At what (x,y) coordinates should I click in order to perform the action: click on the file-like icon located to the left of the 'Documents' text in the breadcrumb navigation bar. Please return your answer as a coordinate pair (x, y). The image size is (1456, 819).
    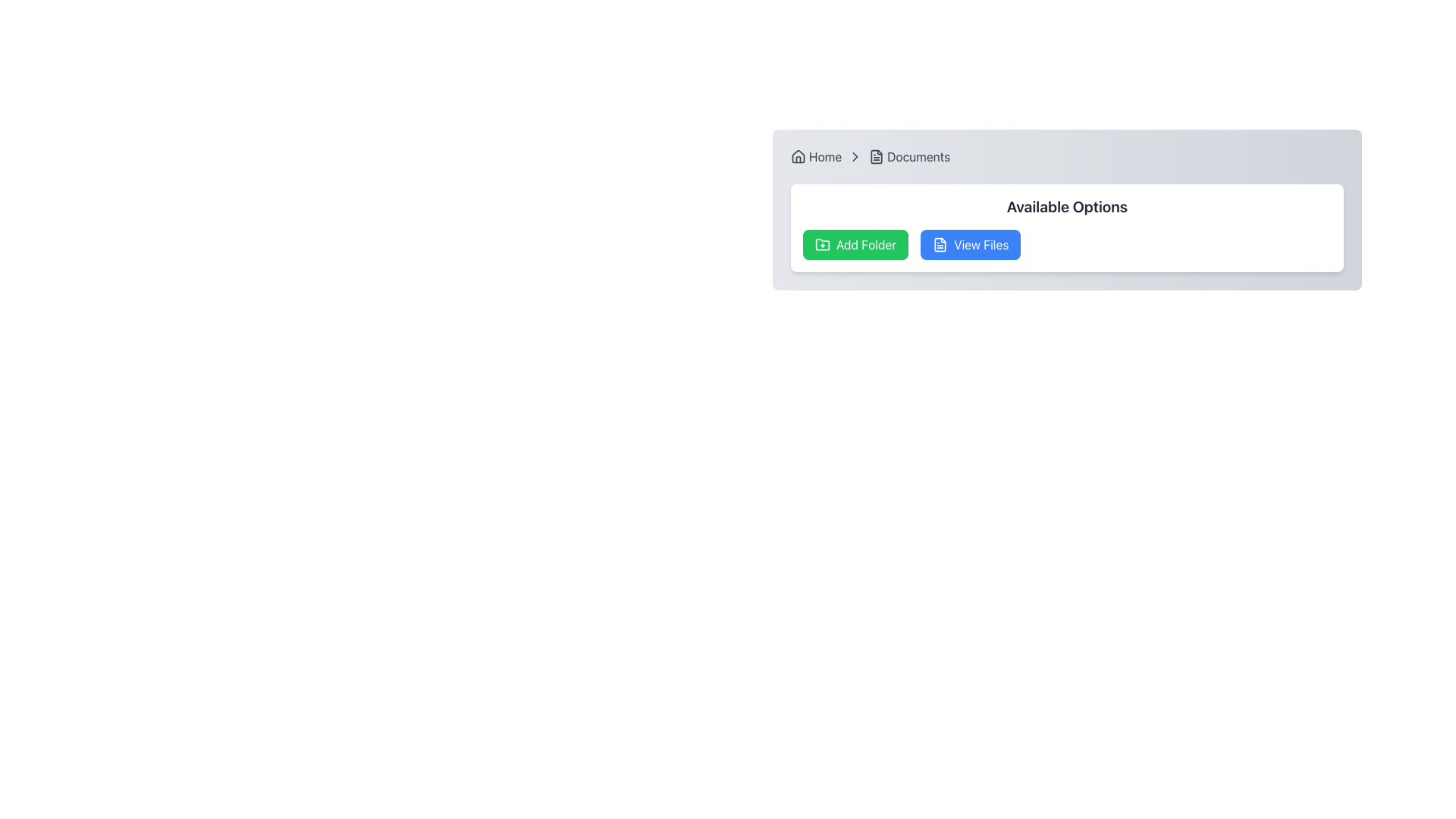
    Looking at the image, I should click on (877, 157).